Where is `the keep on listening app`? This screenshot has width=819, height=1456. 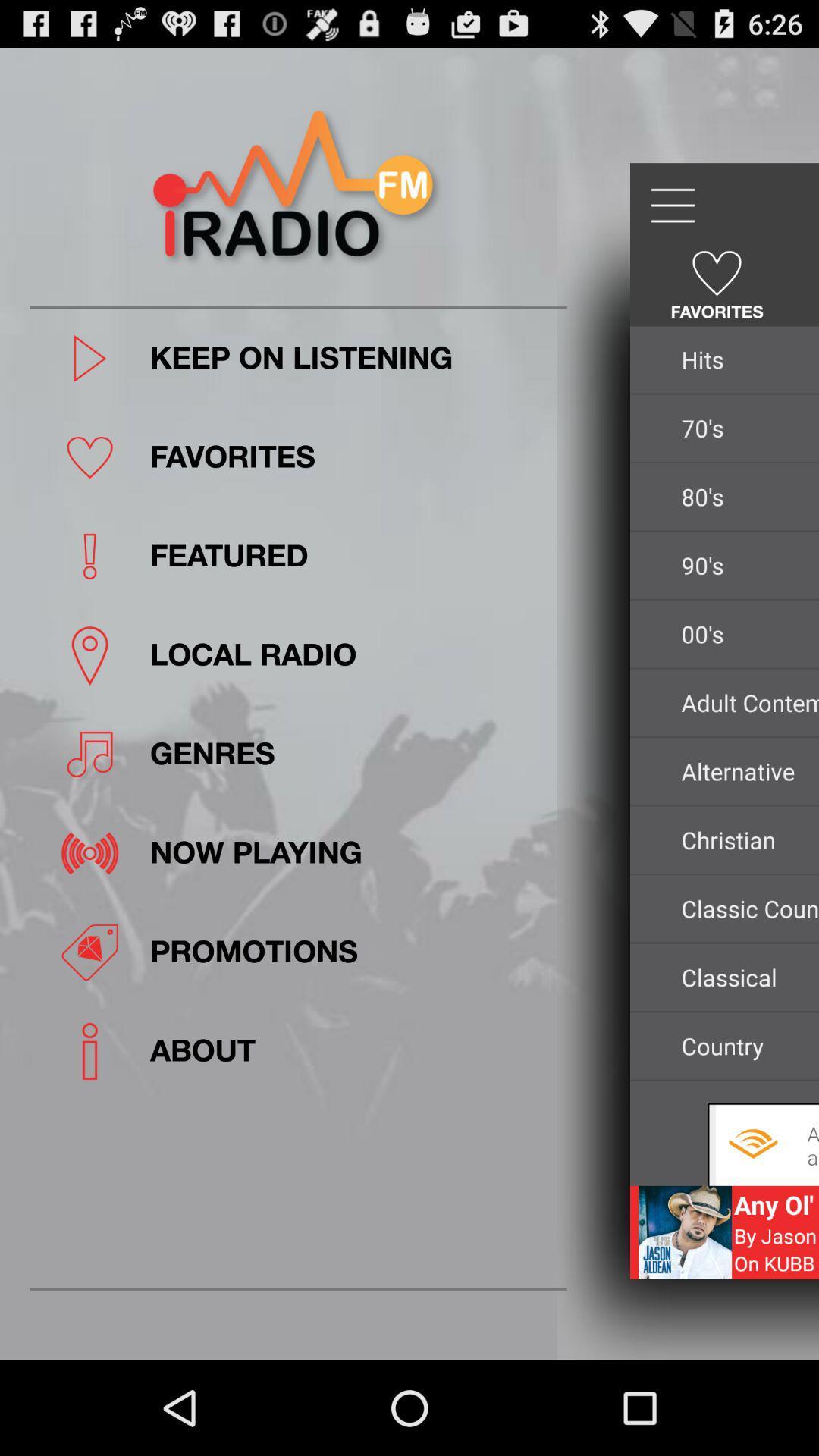
the keep on listening app is located at coordinates (353, 357).